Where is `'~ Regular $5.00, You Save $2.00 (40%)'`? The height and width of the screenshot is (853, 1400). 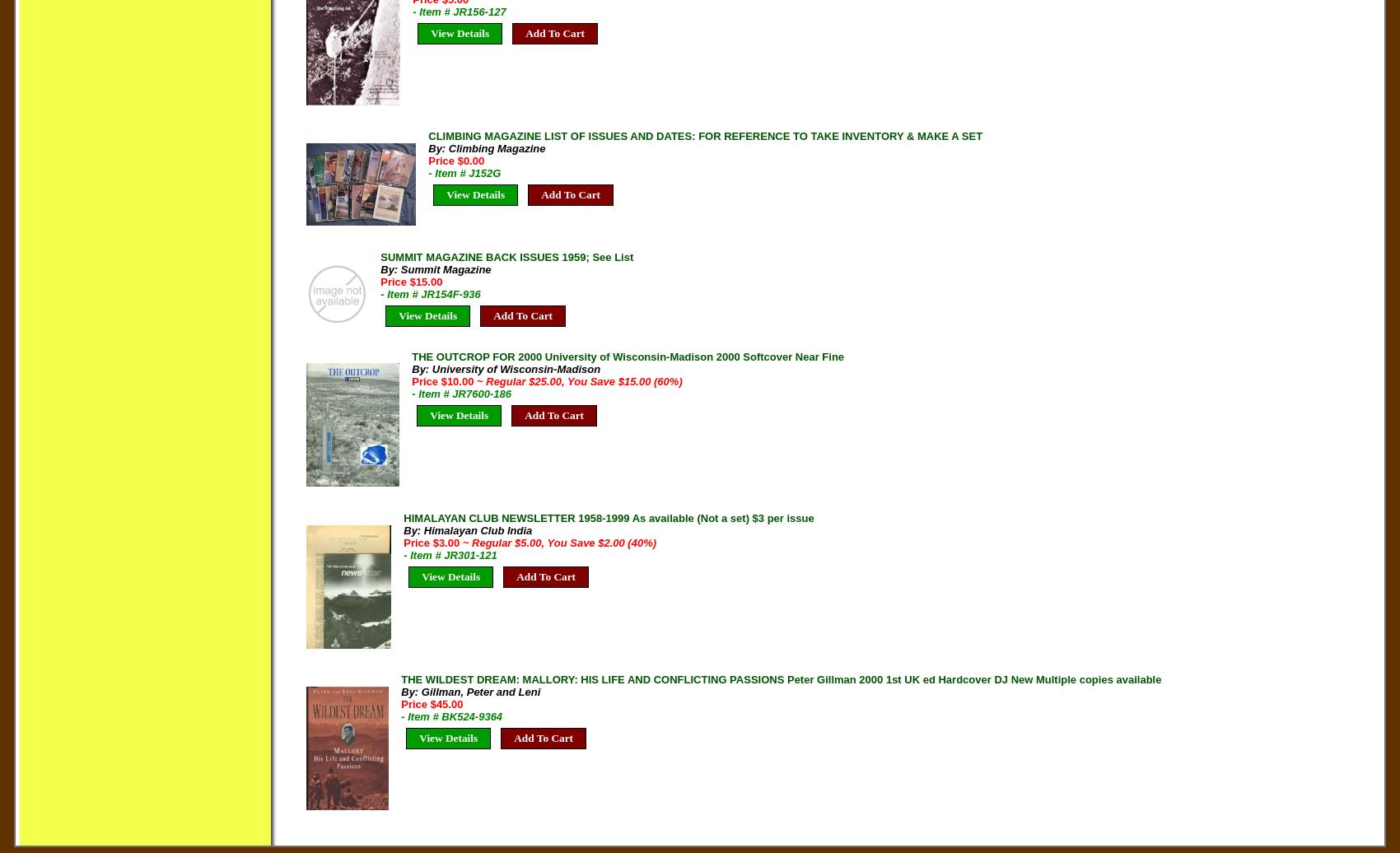 '~ Regular $5.00, You Save $2.00 (40%)' is located at coordinates (558, 543).